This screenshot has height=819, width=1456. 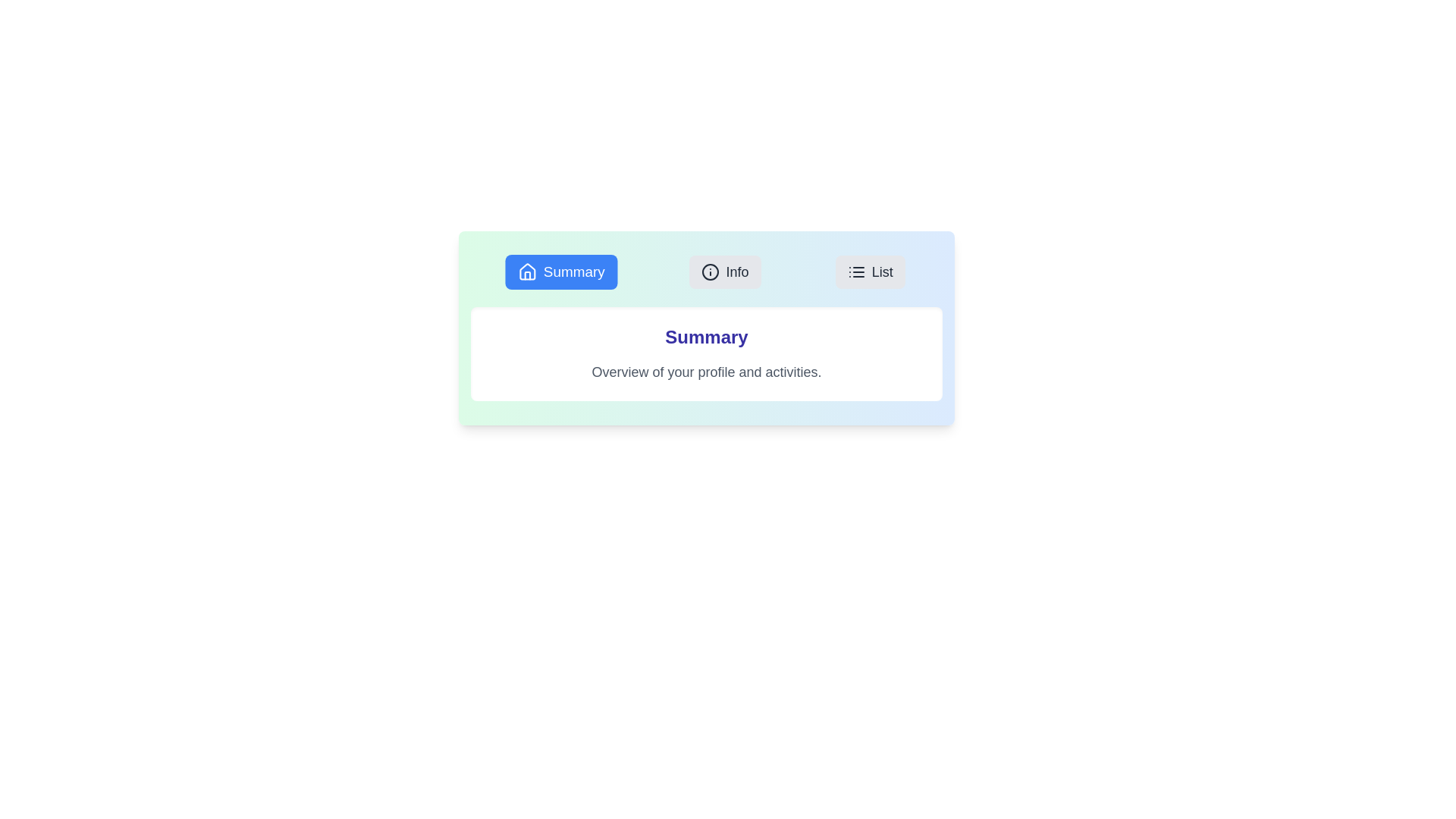 What do you see at coordinates (560, 271) in the screenshot?
I see `the tab labeled Summary to view its content` at bounding box center [560, 271].